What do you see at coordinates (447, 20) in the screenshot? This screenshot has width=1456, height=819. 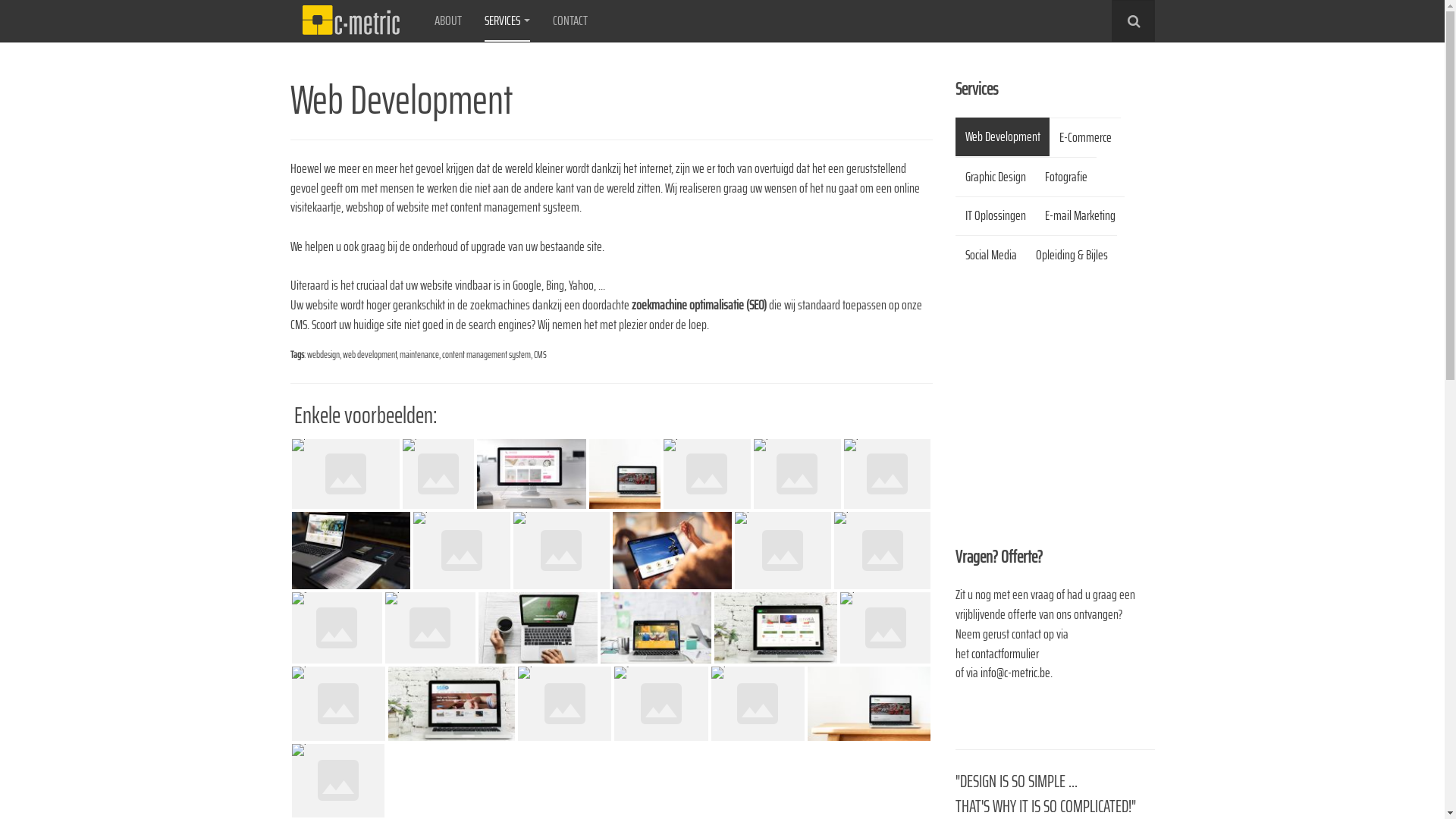 I see `'ABOUT'` at bounding box center [447, 20].